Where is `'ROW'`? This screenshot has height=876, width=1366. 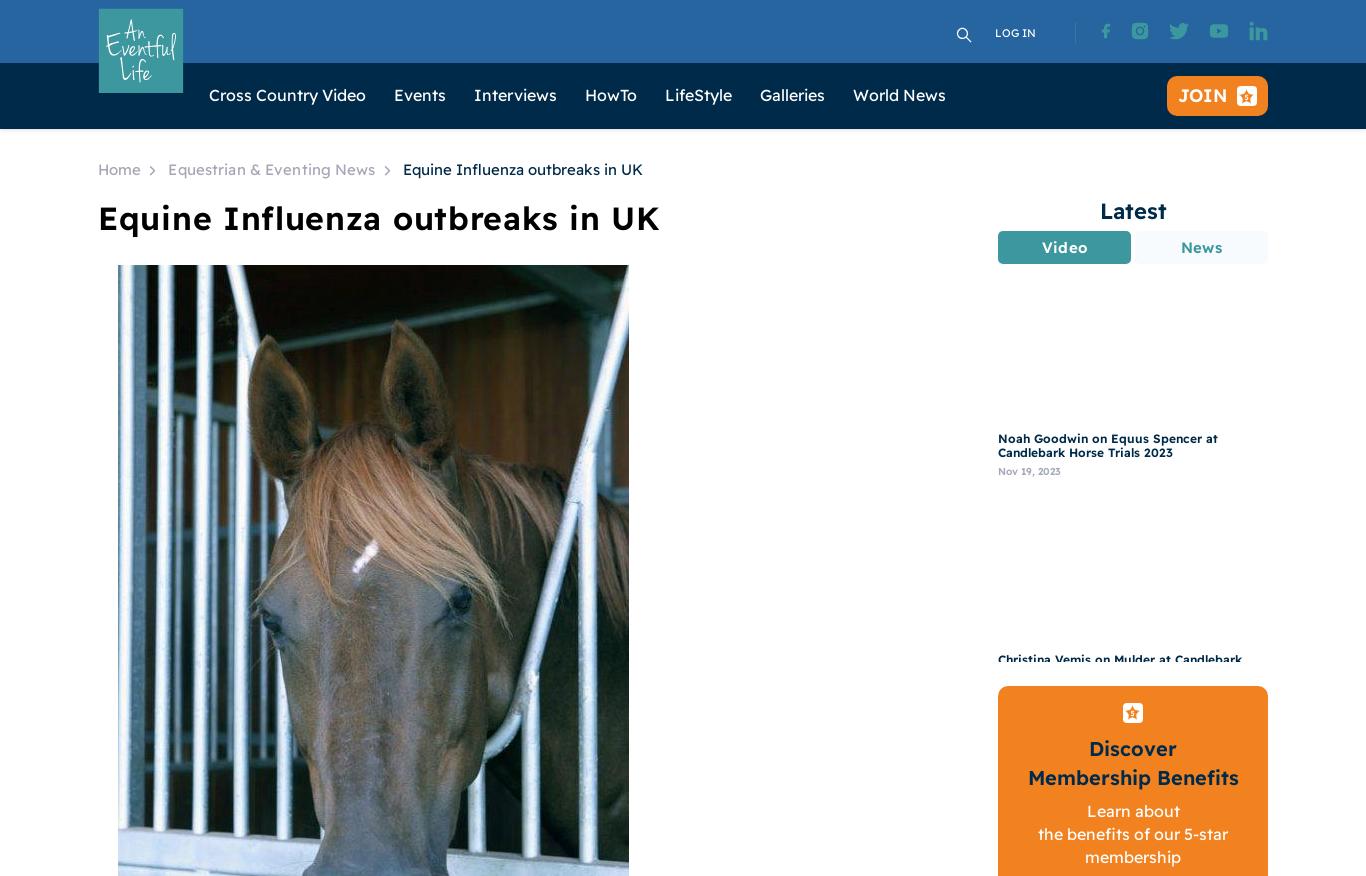
'ROW' is located at coordinates (605, 298).